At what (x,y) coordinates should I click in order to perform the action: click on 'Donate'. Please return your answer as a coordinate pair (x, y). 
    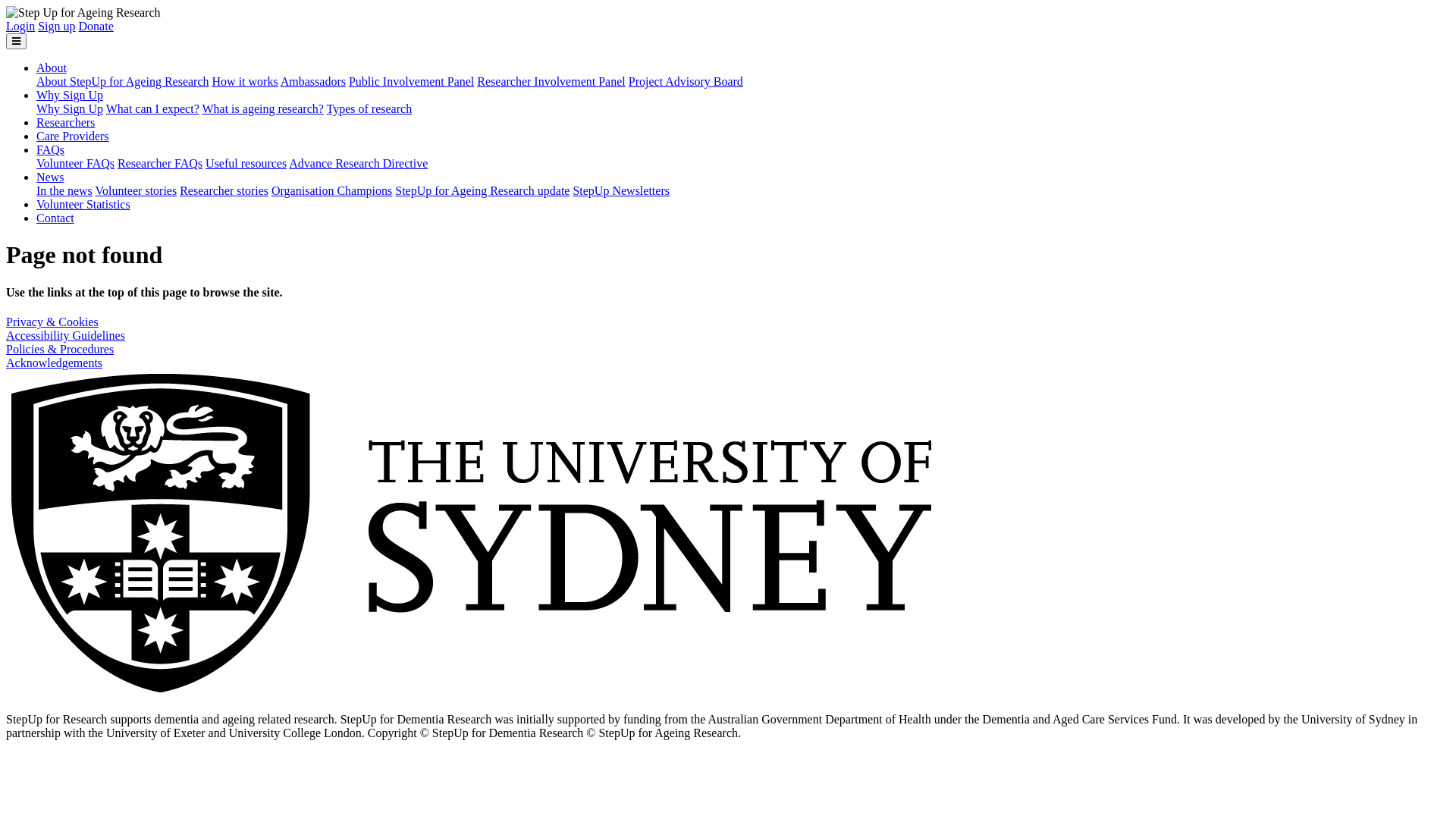
    Looking at the image, I should click on (95, 26).